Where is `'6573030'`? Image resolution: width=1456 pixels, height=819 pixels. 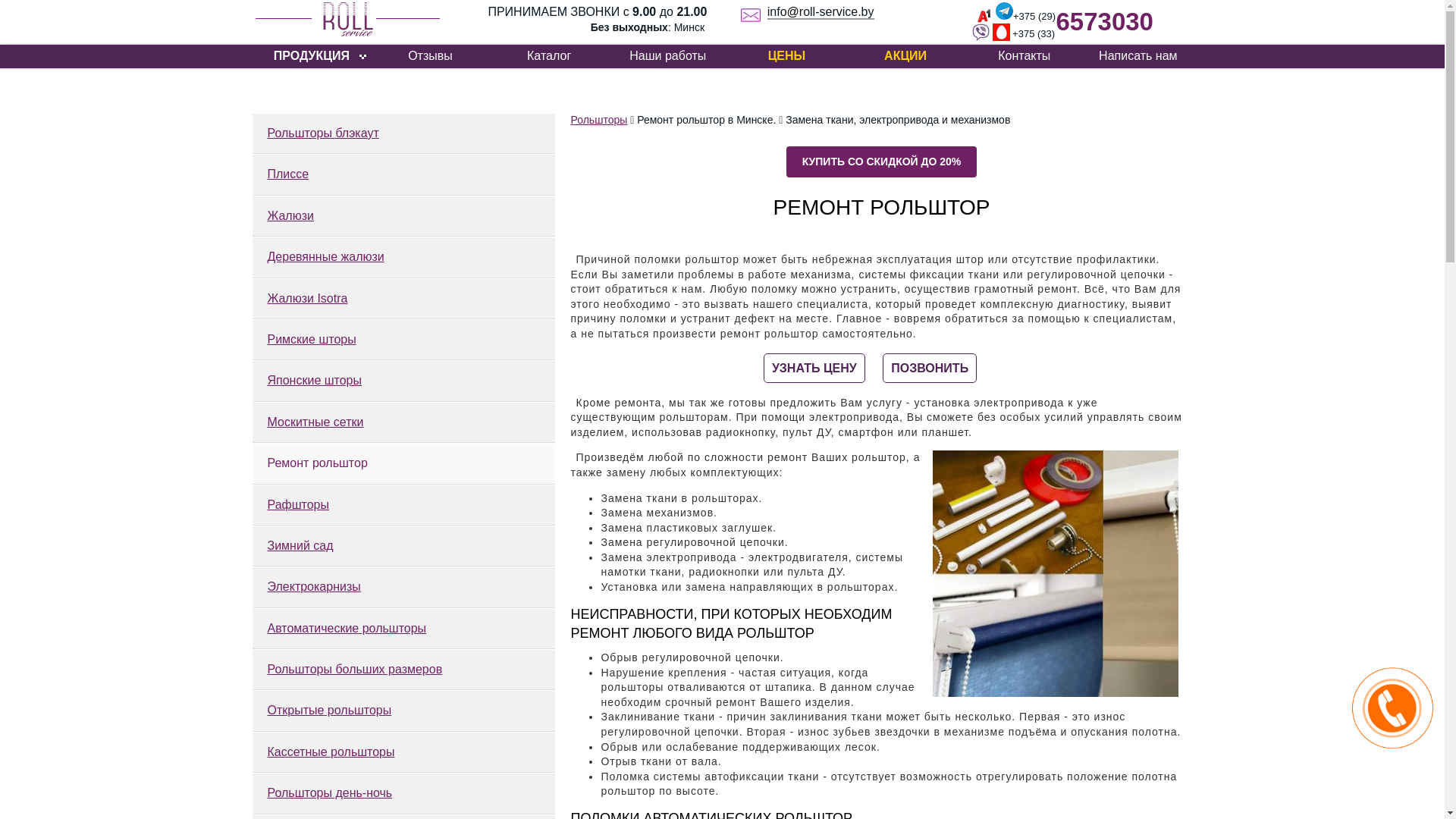 '6573030' is located at coordinates (1103, 21).